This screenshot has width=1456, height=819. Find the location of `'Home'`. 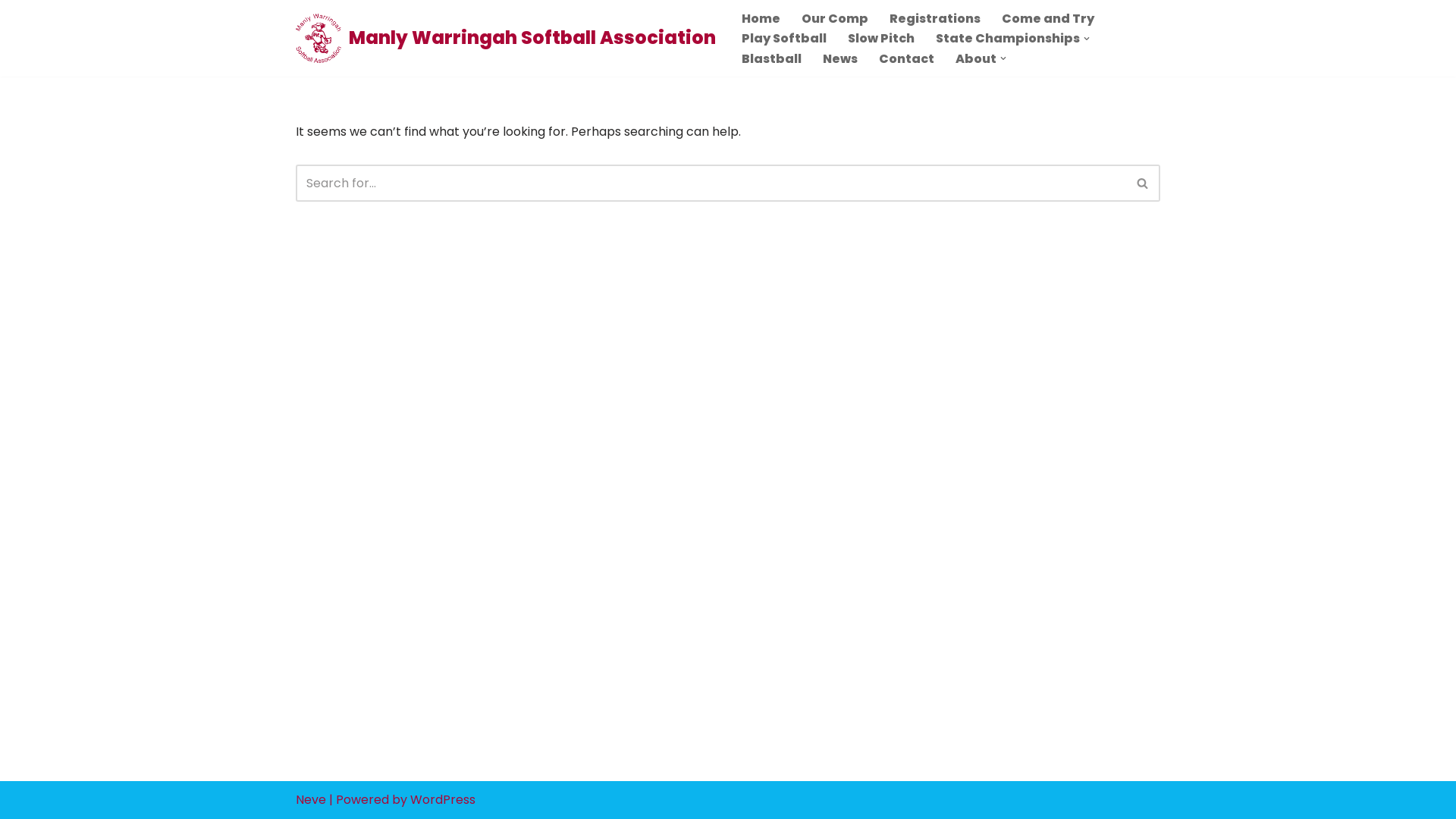

'Home' is located at coordinates (761, 18).